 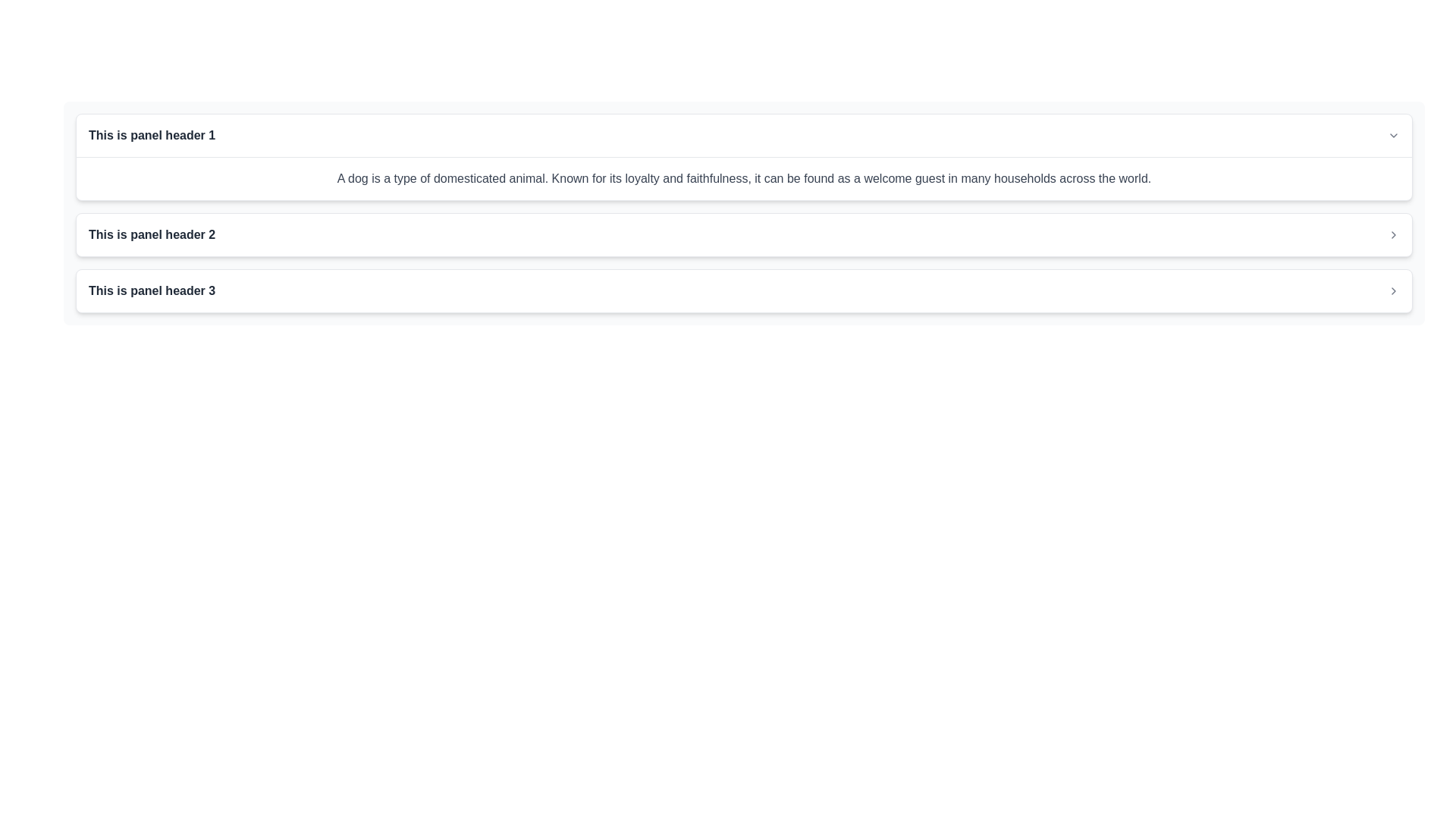 What do you see at coordinates (1394, 234) in the screenshot?
I see `the right-facing chevron icon located at the top-right corner of the panel header labeled 'This is panel header 2'` at bounding box center [1394, 234].